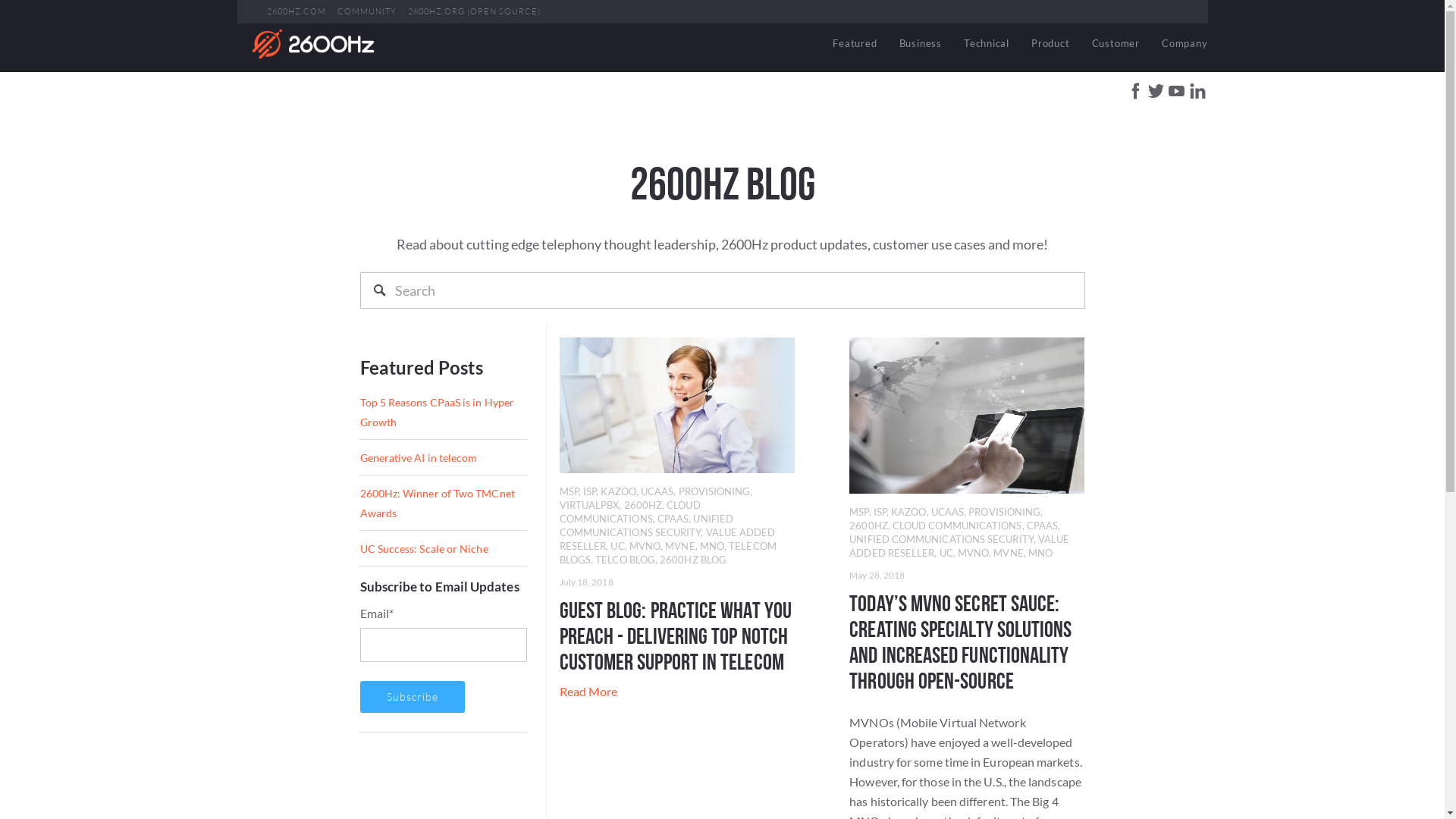 The height and width of the screenshot is (819, 1456). What do you see at coordinates (423, 548) in the screenshot?
I see `'UC Success: Scale or Niche'` at bounding box center [423, 548].